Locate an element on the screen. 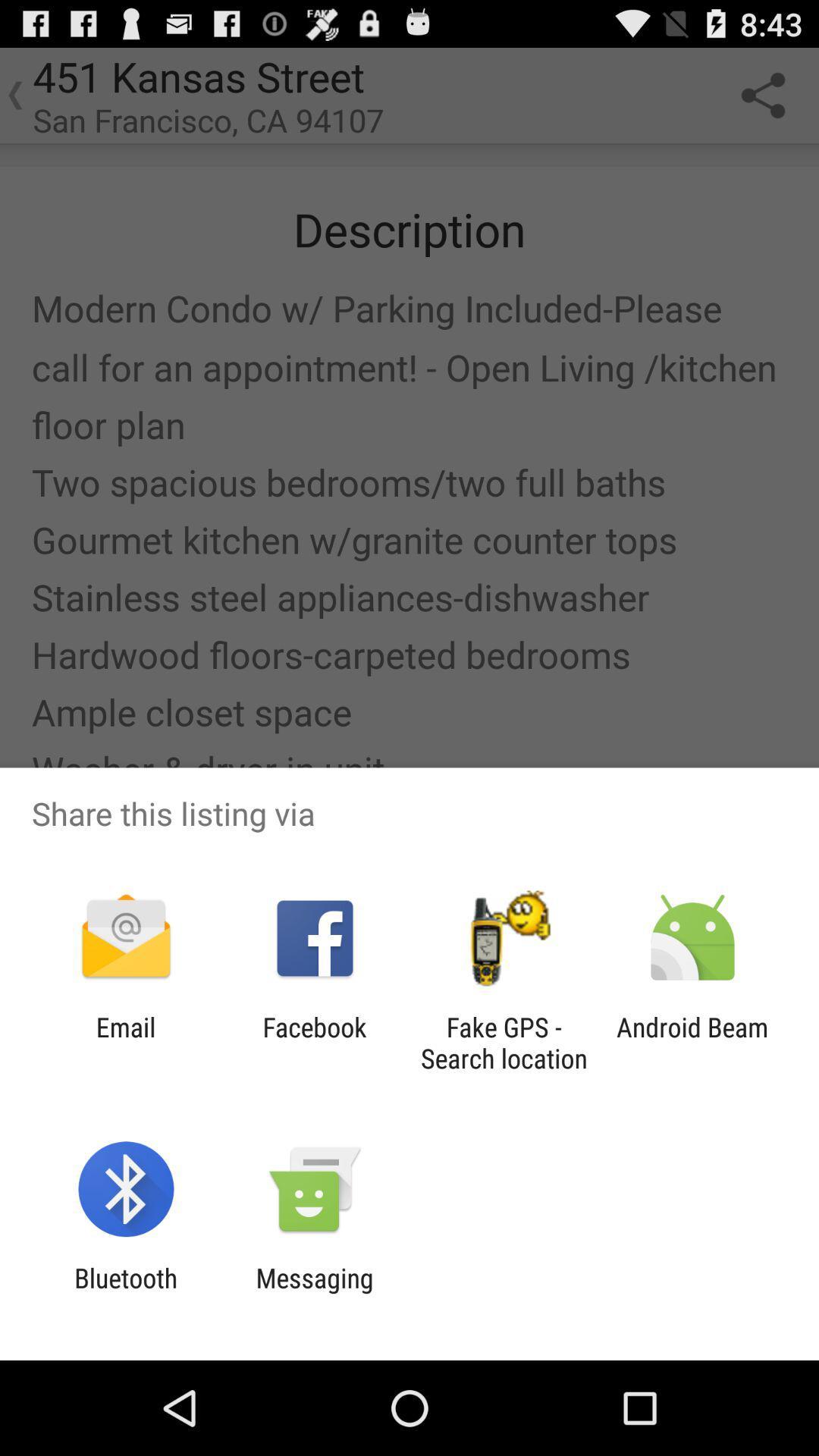 The height and width of the screenshot is (1456, 819). icon to the left of fake gps search item is located at coordinates (314, 1042).